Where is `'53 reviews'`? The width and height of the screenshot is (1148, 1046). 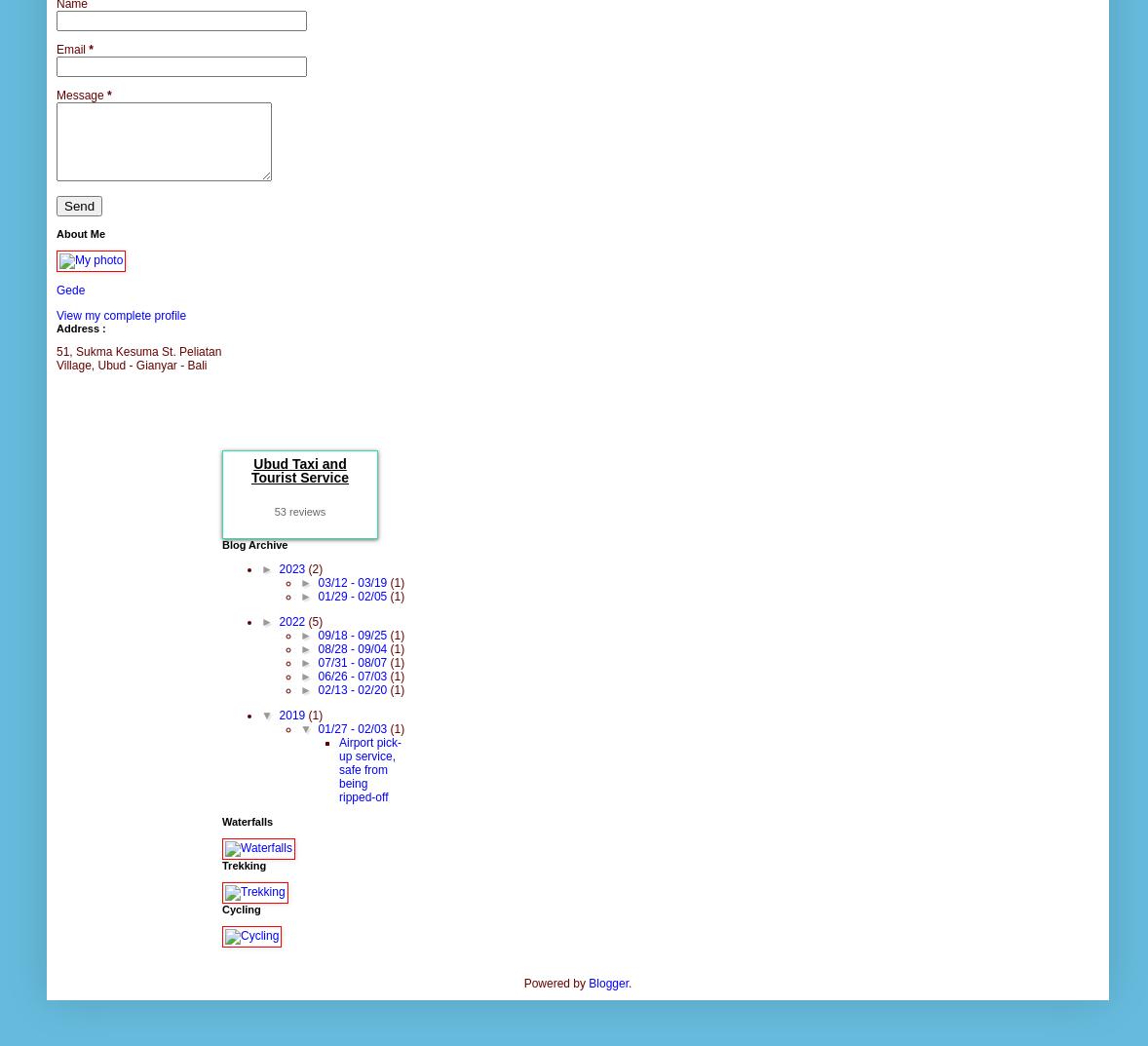 '53 reviews' is located at coordinates (299, 510).